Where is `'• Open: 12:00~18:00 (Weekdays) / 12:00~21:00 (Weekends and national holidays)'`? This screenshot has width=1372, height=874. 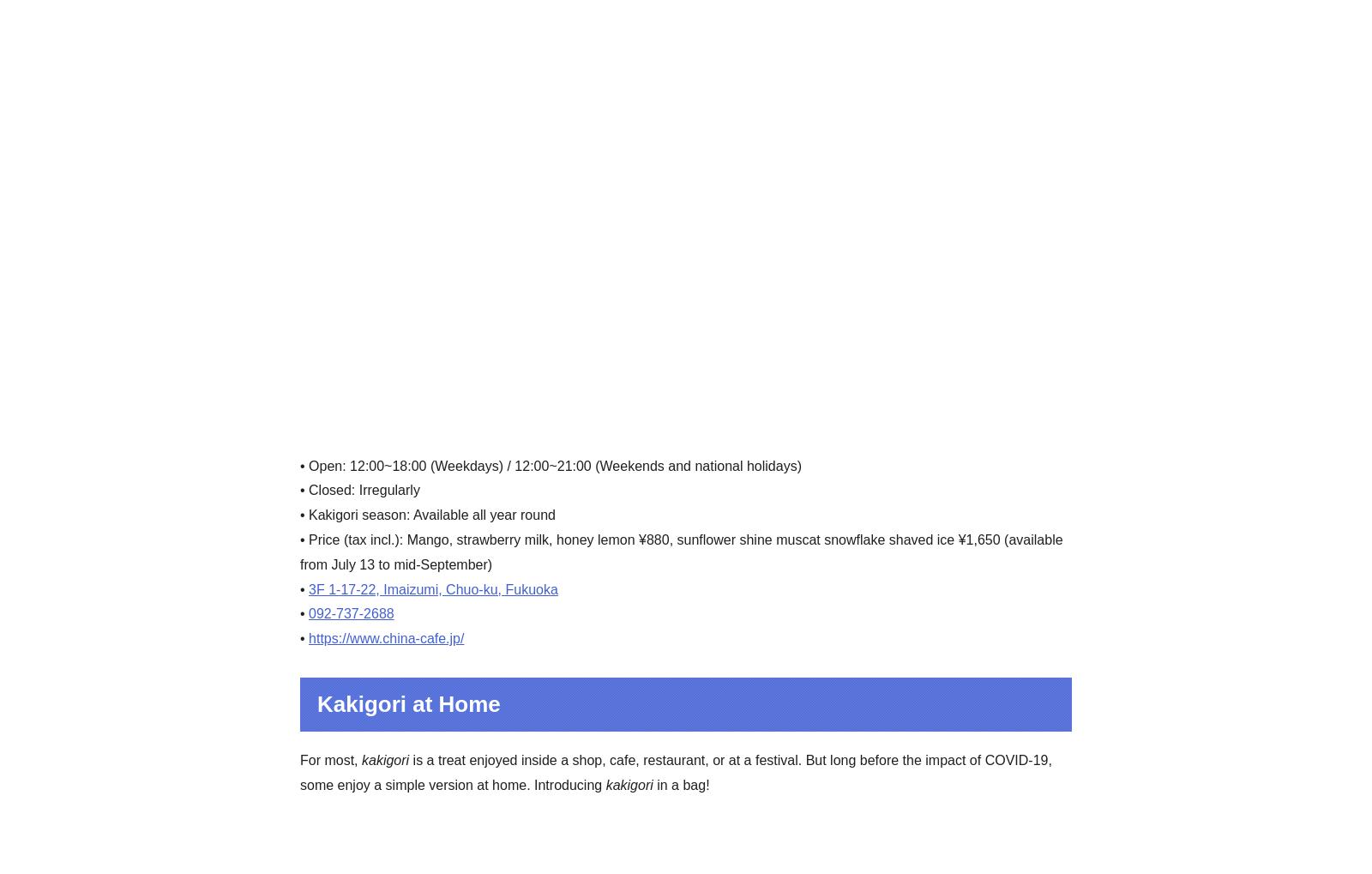 '• Open: 12:00~18:00 (Weekdays) / 12:00~21:00 (Weekends and national holidays)' is located at coordinates (550, 465).